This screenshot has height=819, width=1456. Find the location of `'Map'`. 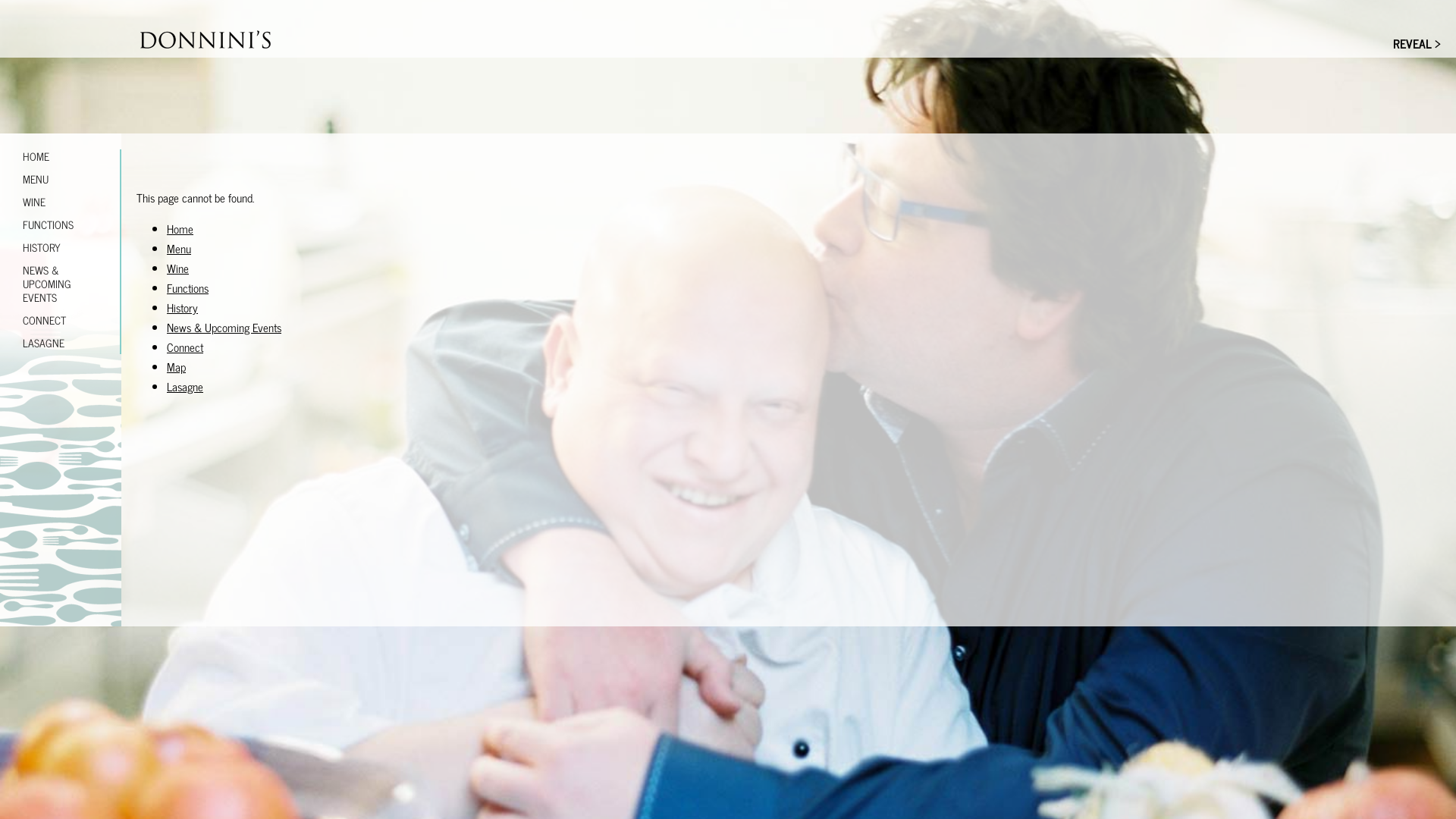

'Map' is located at coordinates (176, 366).